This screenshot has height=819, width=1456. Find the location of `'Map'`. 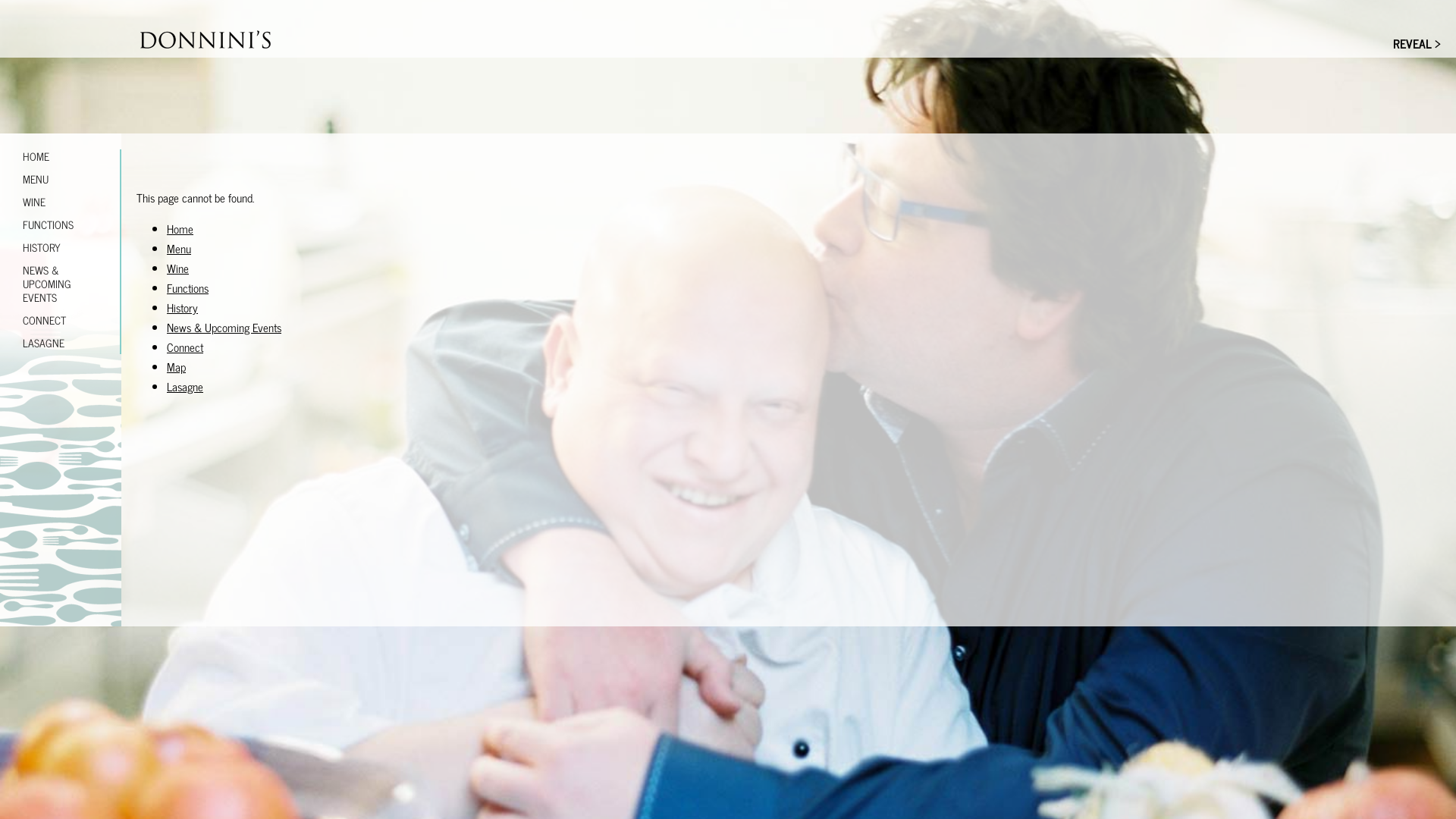

'Map' is located at coordinates (176, 366).